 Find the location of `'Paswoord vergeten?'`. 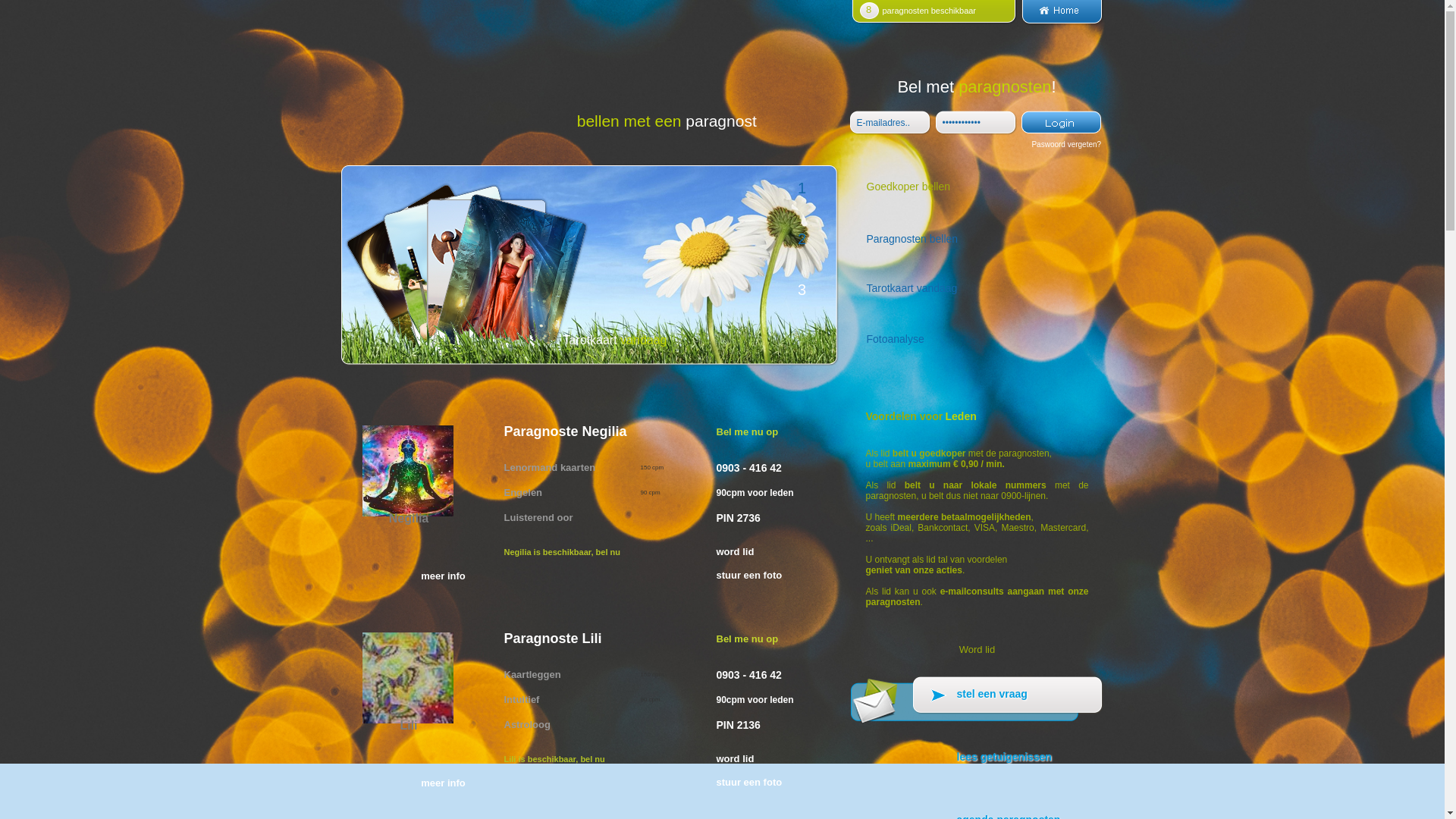

'Paswoord vergeten?' is located at coordinates (1065, 144).